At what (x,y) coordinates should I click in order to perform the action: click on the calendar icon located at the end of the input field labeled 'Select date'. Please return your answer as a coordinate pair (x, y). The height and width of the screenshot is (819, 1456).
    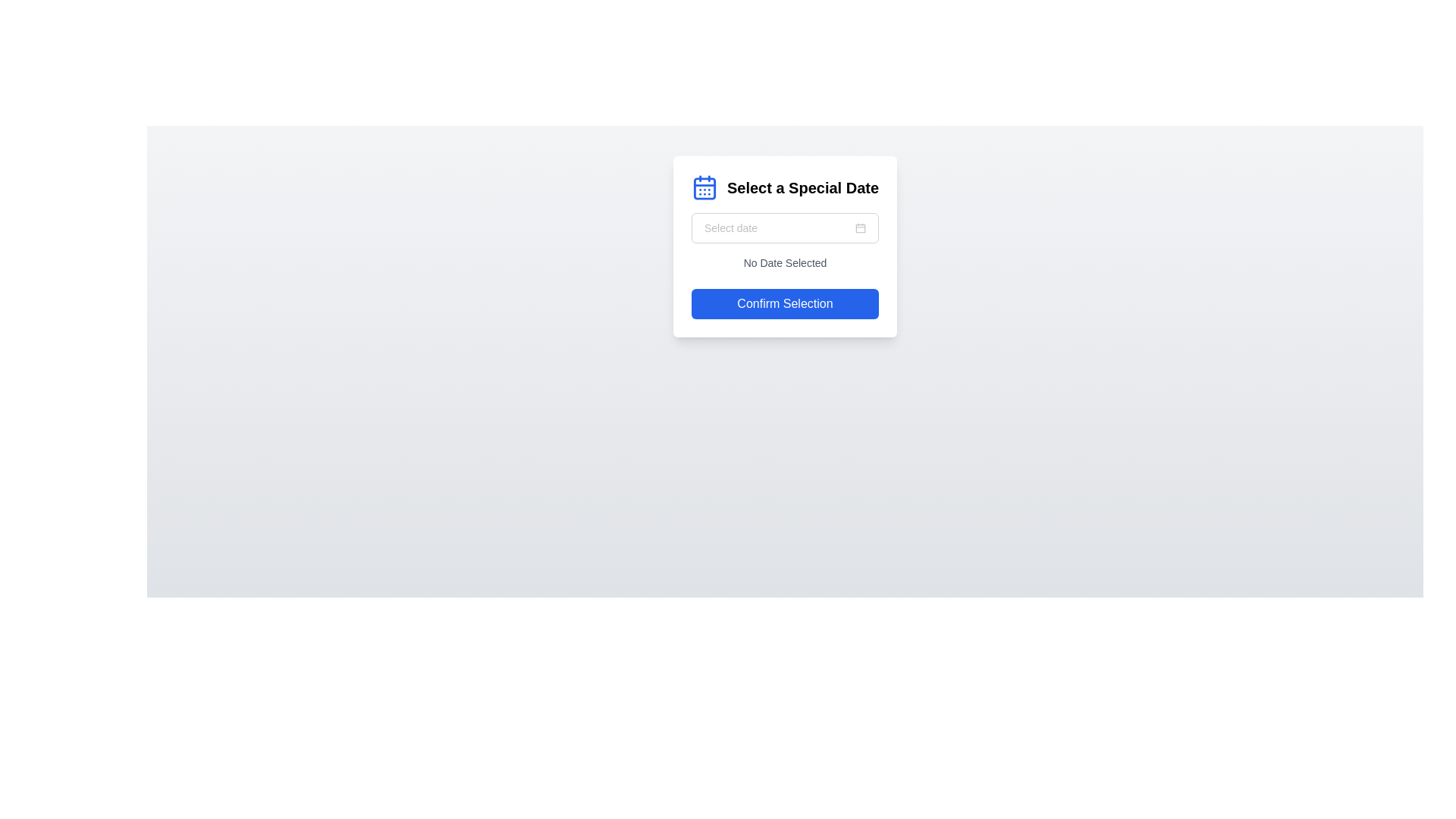
    Looking at the image, I should click on (861, 227).